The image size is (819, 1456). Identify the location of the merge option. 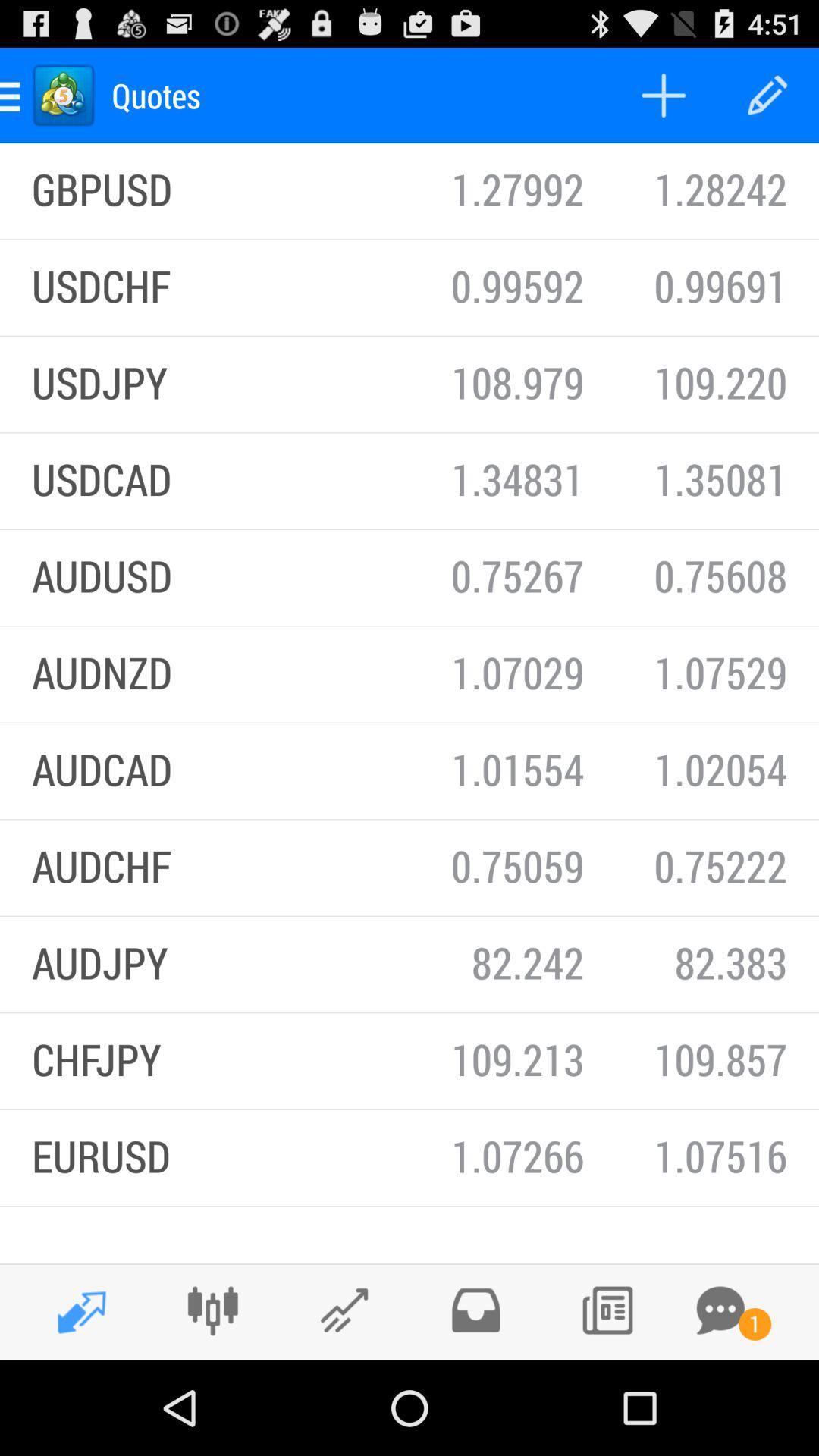
(212, 1310).